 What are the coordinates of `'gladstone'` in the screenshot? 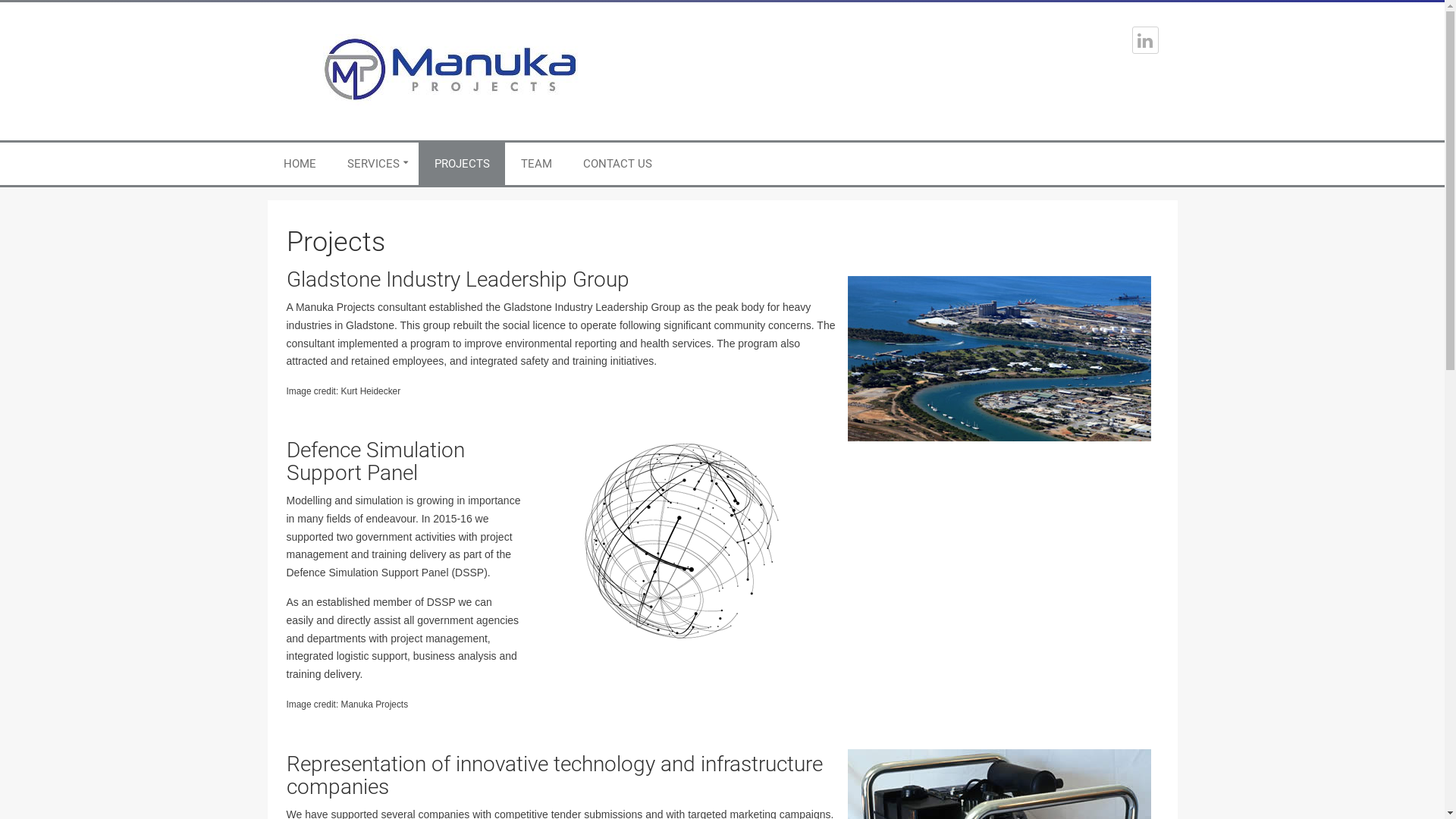 It's located at (999, 359).